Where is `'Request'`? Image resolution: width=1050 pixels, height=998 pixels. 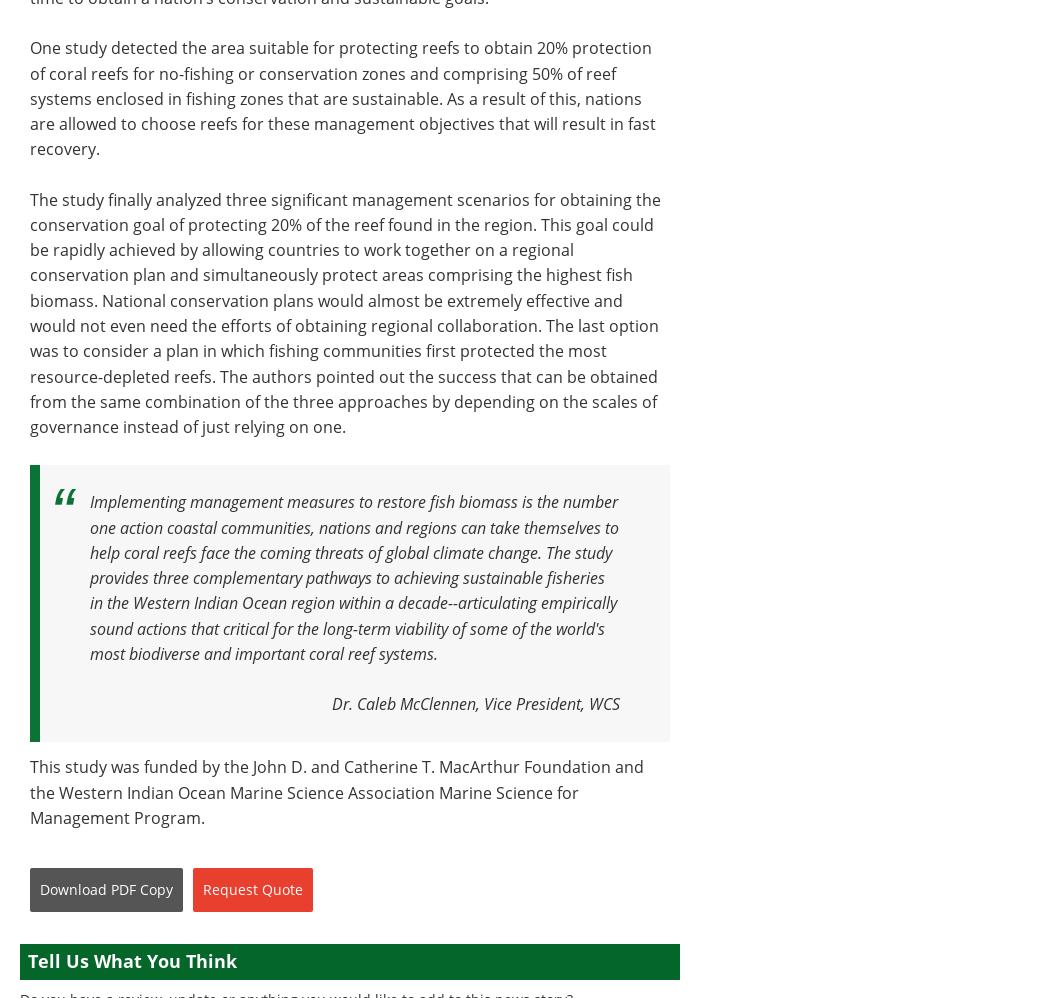 'Request' is located at coordinates (230, 887).